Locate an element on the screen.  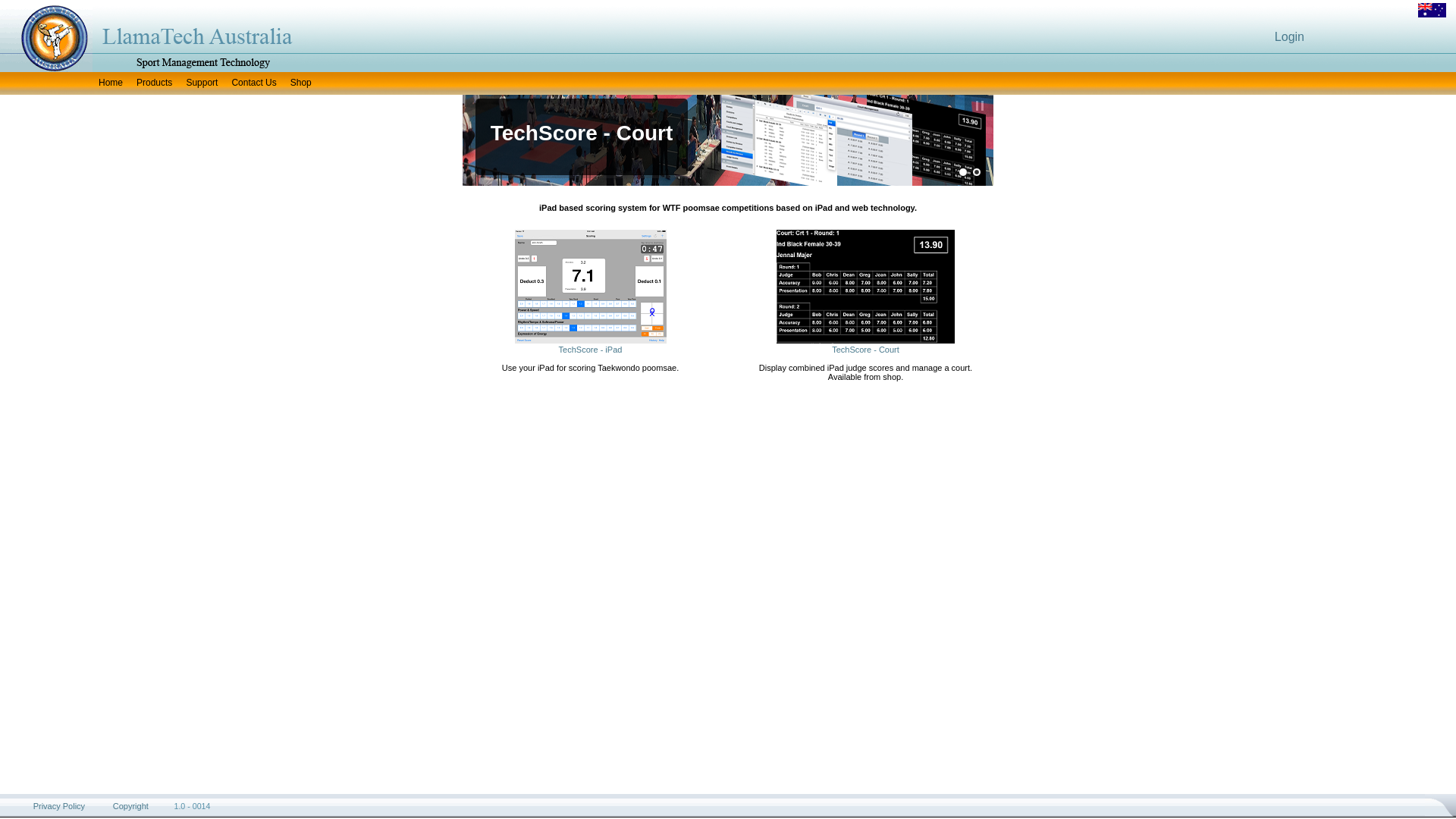
'Privacy Policy' is located at coordinates (33, 805).